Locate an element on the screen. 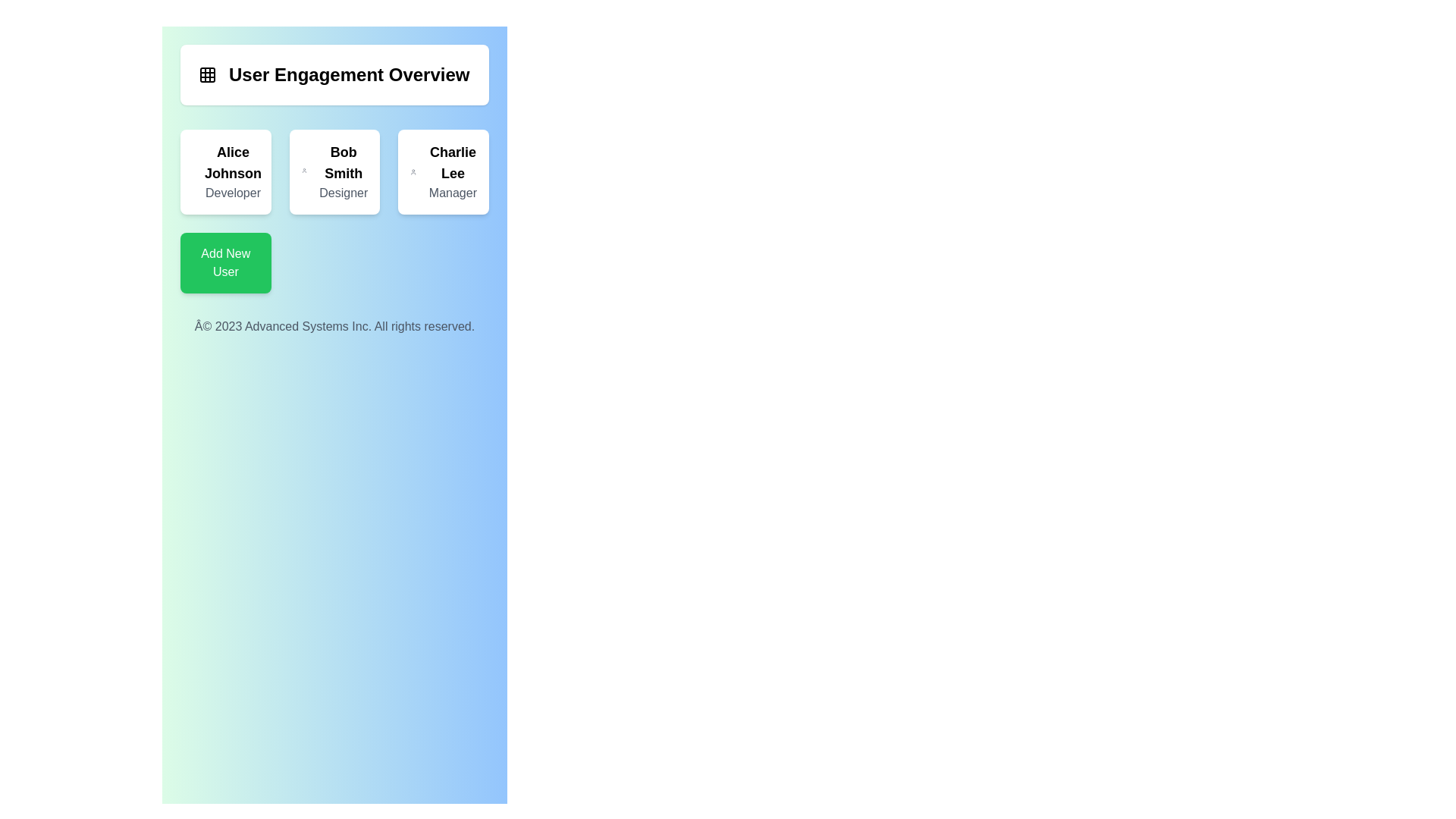 This screenshot has width=1456, height=819. text from the text block displaying 'Bob Smith' and 'Designer', which is the second card in a row of three cards under the header 'User Engagement Overview' is located at coordinates (343, 171).